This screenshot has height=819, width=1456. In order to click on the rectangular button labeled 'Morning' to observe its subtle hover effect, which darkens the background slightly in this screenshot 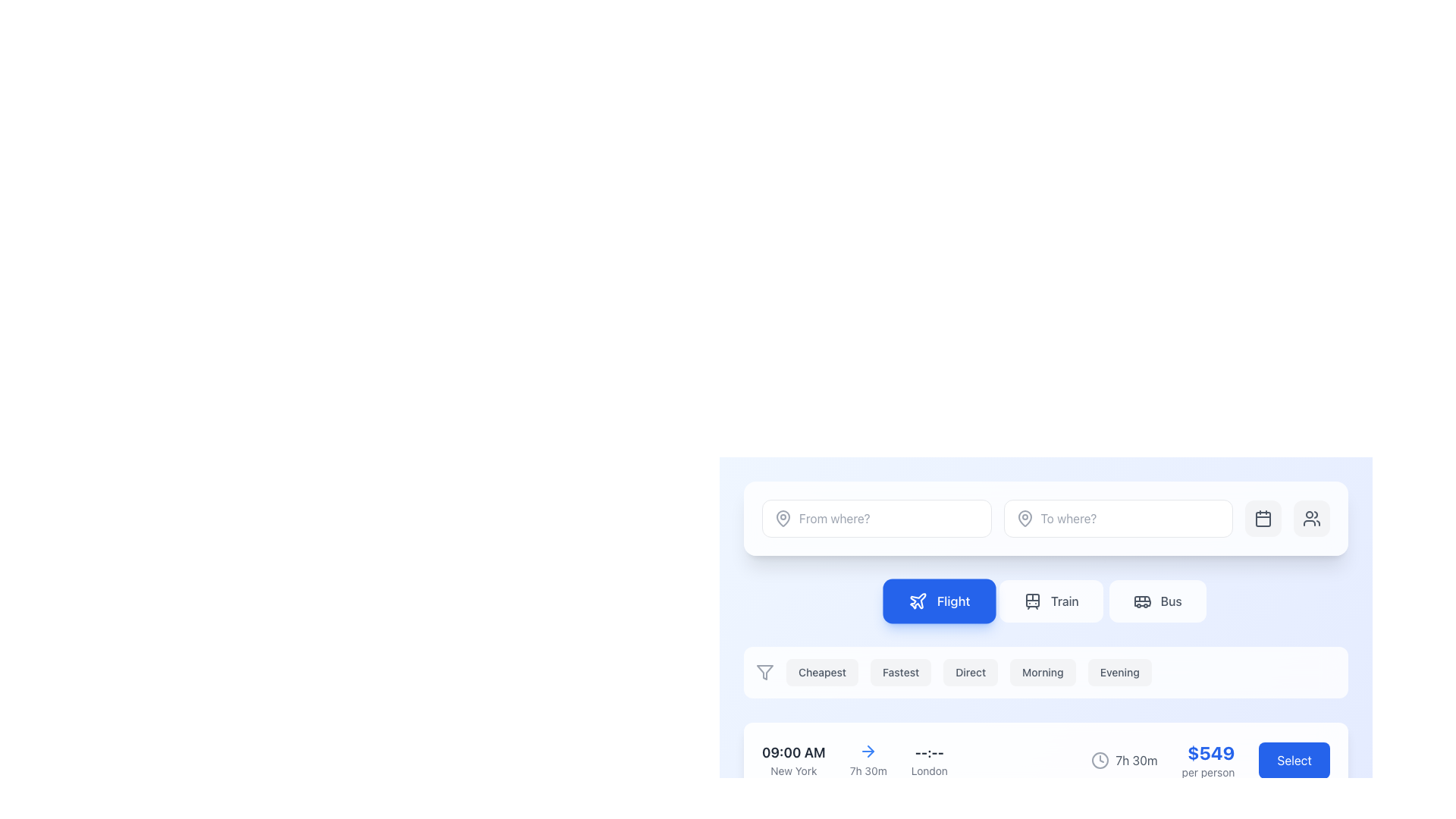, I will do `click(1042, 672)`.